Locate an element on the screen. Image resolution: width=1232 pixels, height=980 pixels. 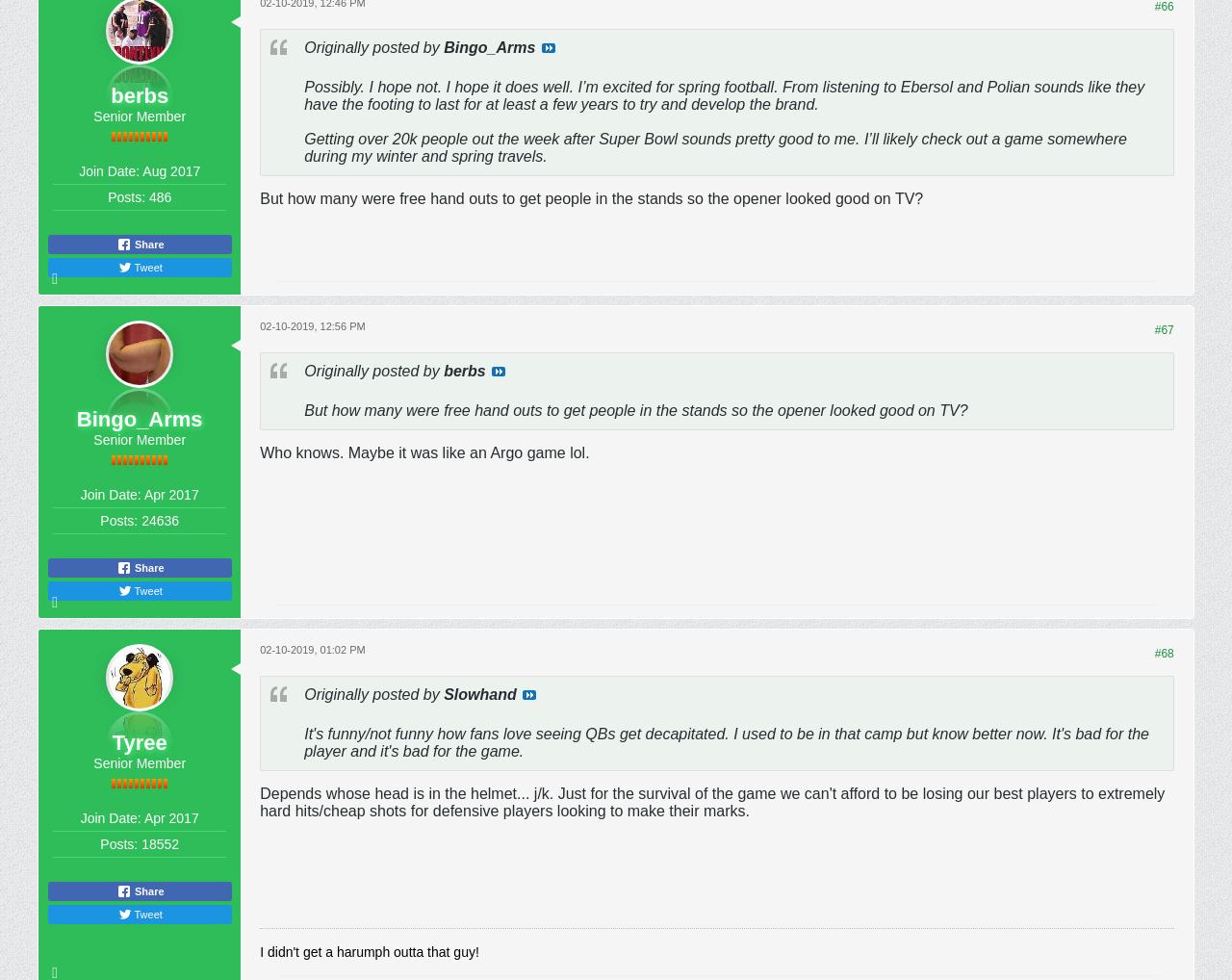
'It's funny/not funny how fans love seeing QBs get decapitated. I used to be in that camp but know better now. It's bad for the player and it's bad for the game.' is located at coordinates (725, 741).